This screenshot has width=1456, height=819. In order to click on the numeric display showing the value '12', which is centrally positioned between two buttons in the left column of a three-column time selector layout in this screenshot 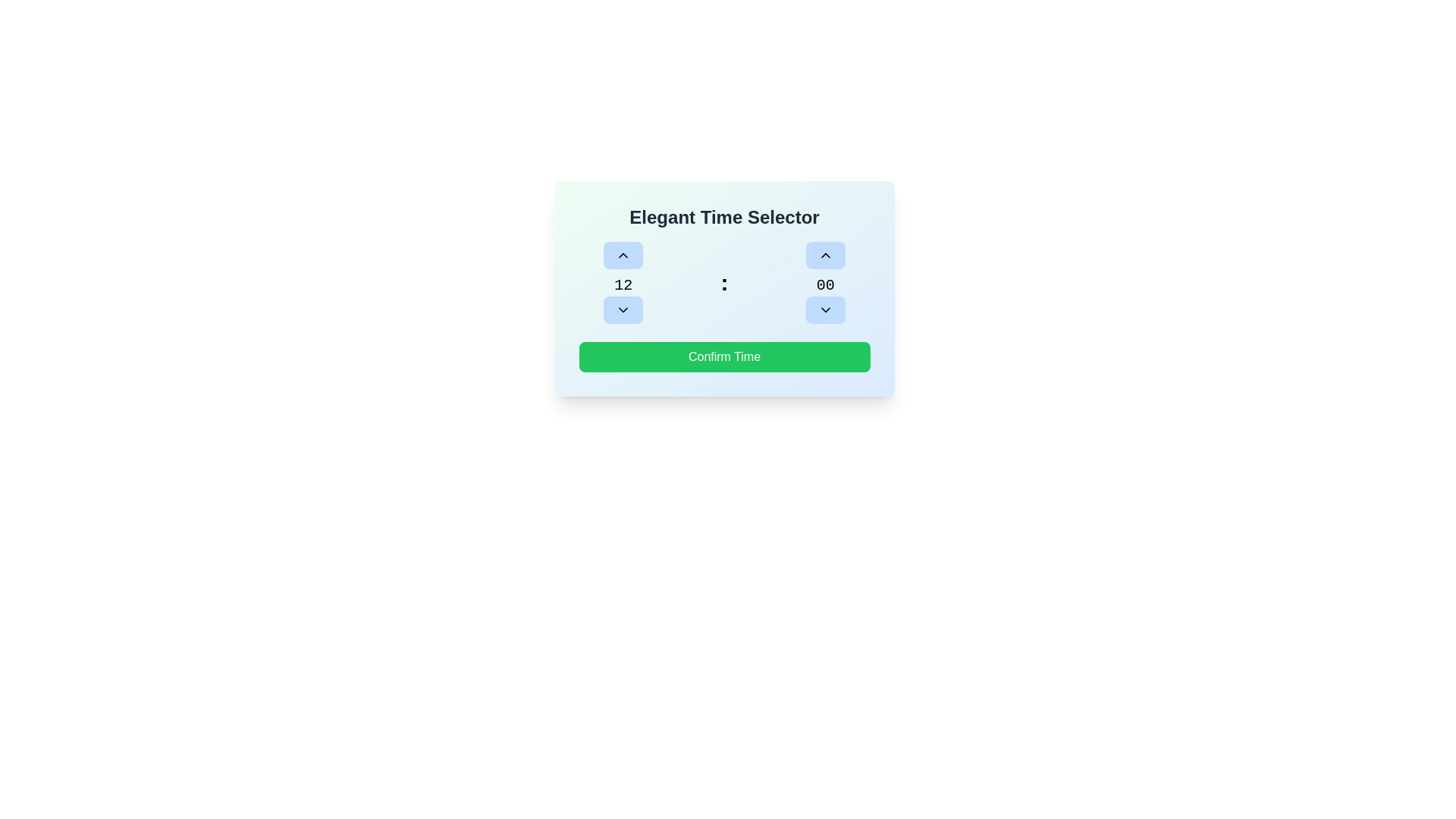, I will do `click(623, 283)`.